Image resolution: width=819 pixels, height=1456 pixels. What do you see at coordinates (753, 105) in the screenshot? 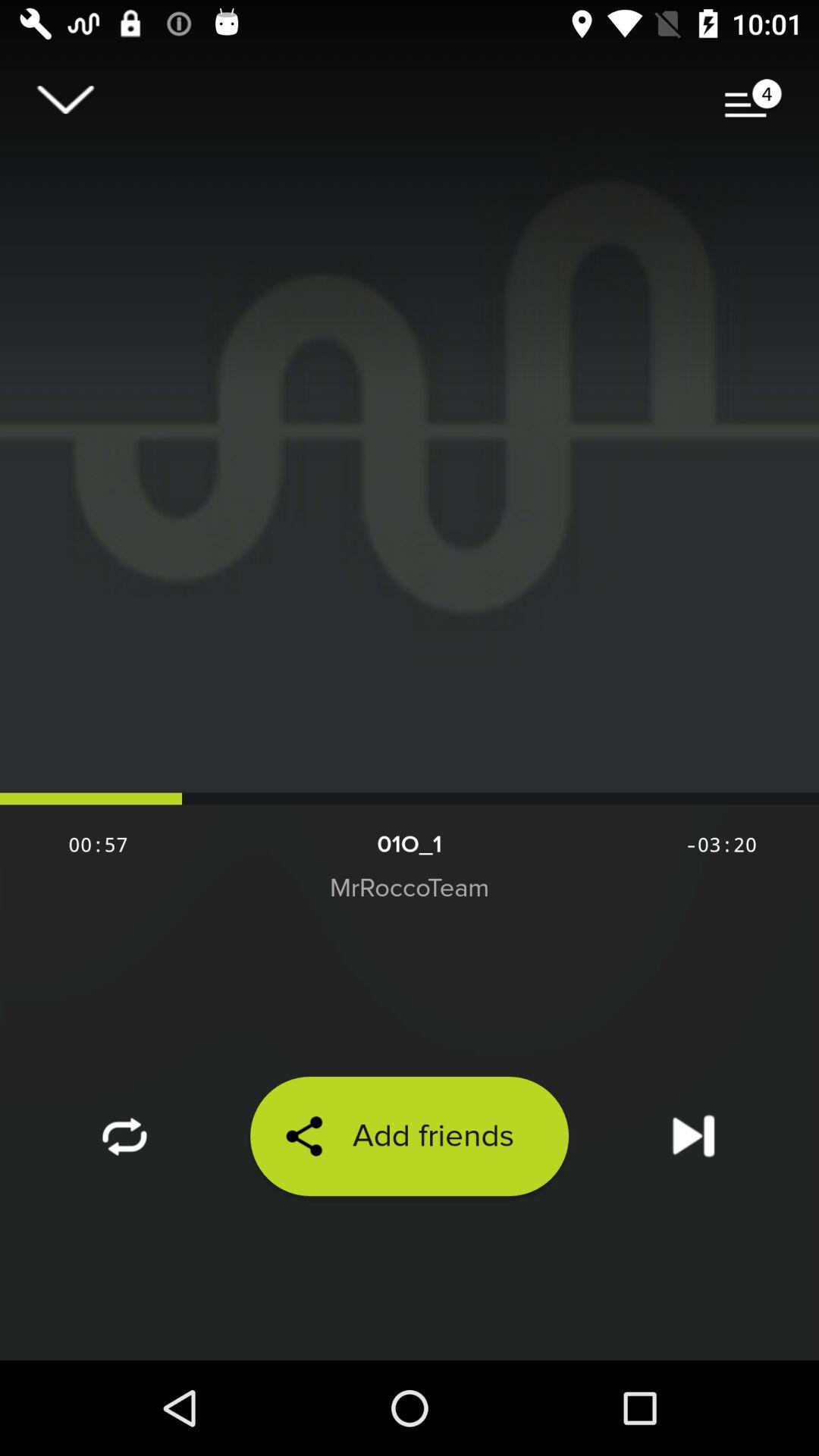
I see `the playlist icon` at bounding box center [753, 105].